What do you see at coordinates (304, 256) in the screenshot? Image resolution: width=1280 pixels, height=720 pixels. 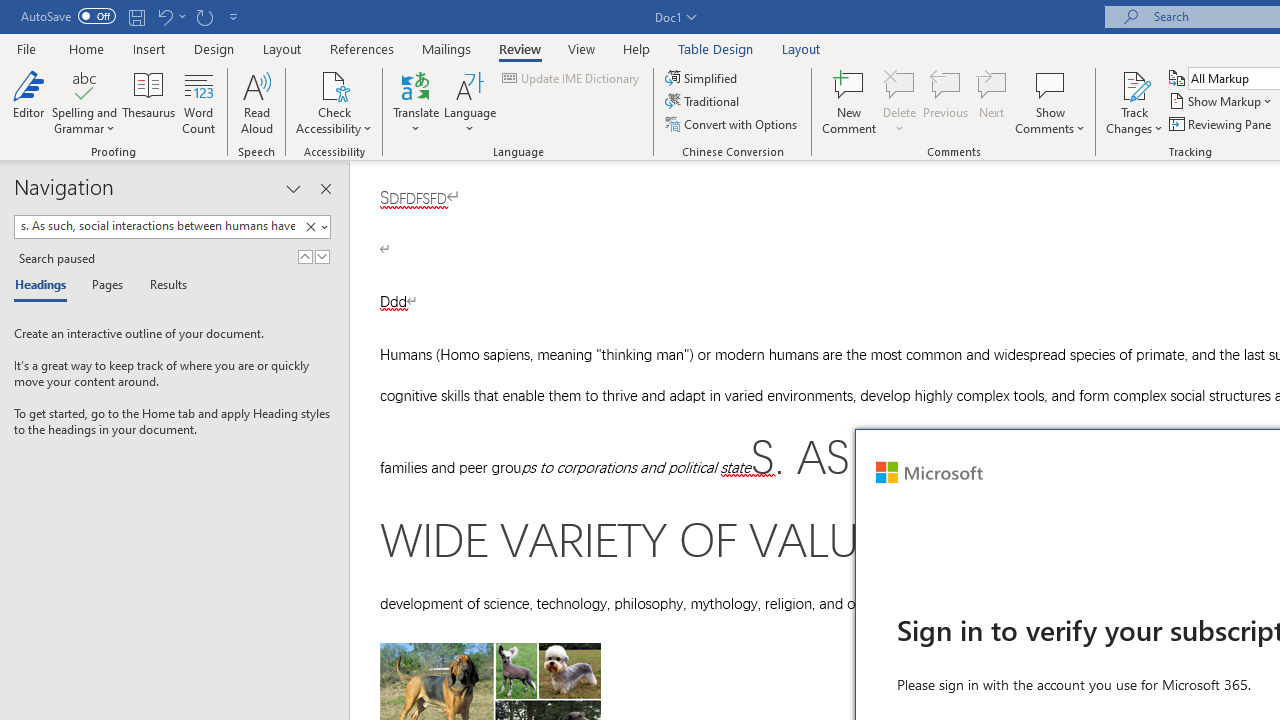 I see `'Previous Result'` at bounding box center [304, 256].